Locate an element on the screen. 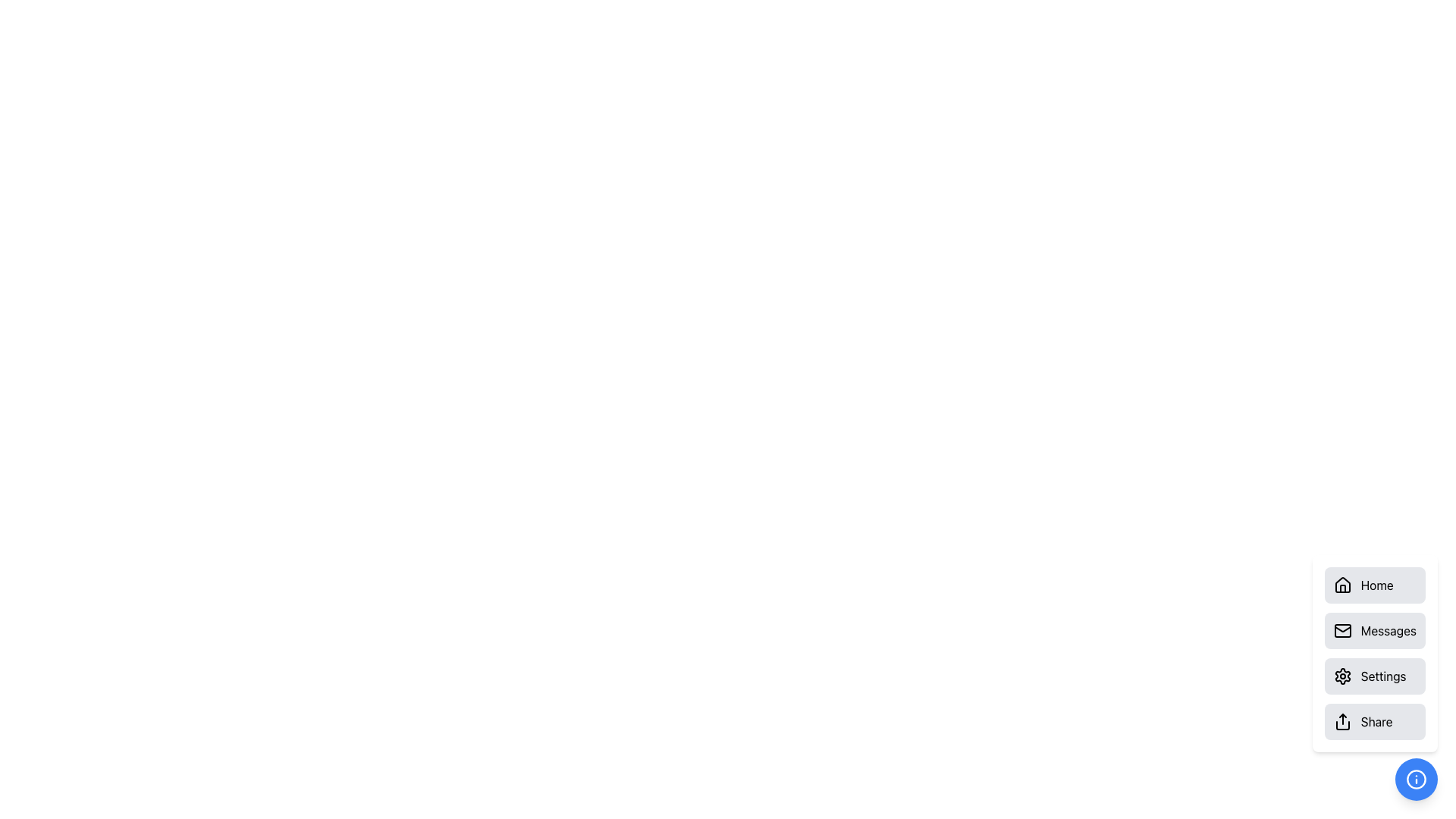 The height and width of the screenshot is (819, 1456). the cog-shaped icon button located as the third entry from the top in the vertical menu is located at coordinates (1342, 675).